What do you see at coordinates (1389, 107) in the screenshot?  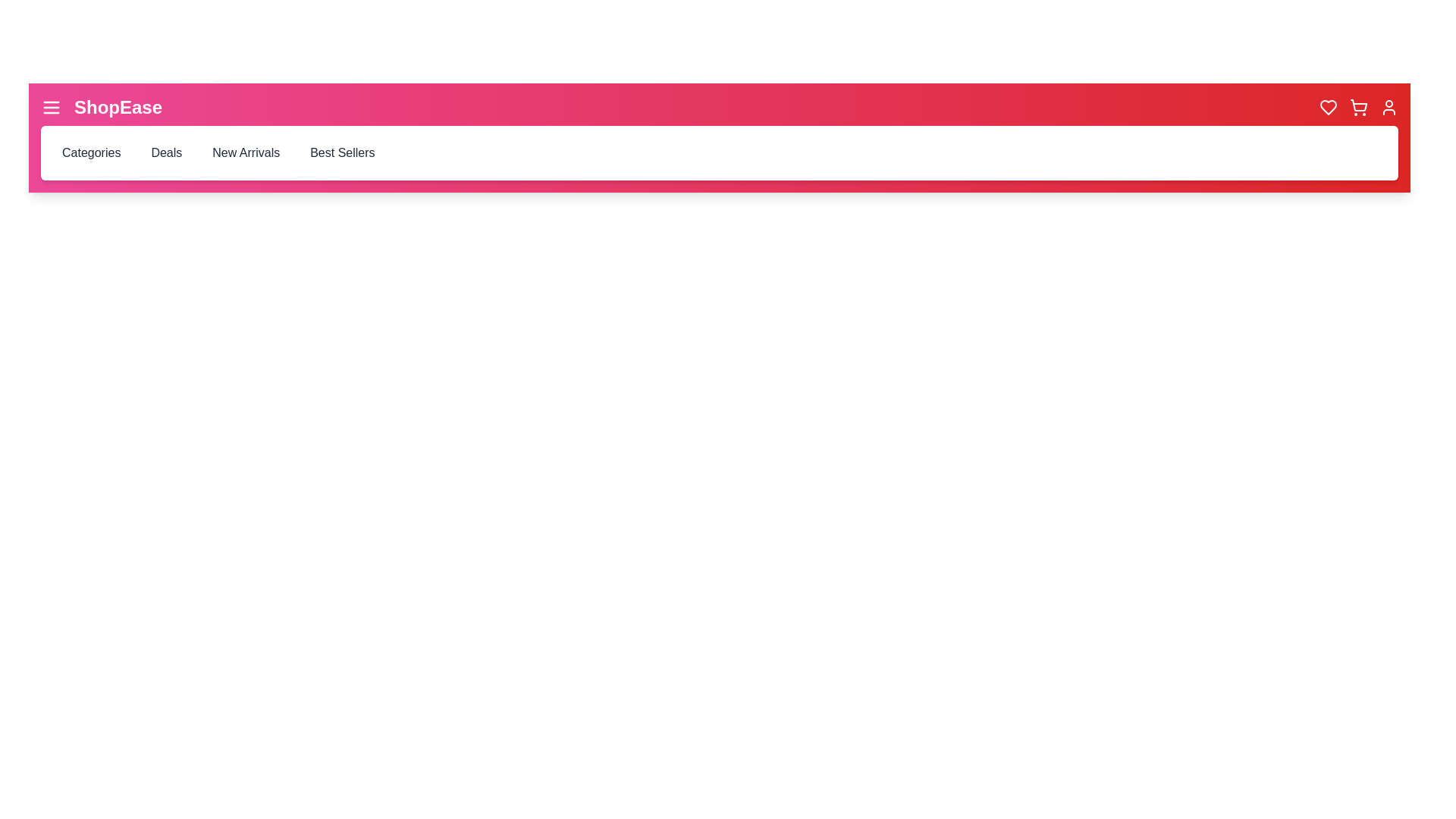 I see `the 'User Profile' icon in the app bar` at bounding box center [1389, 107].